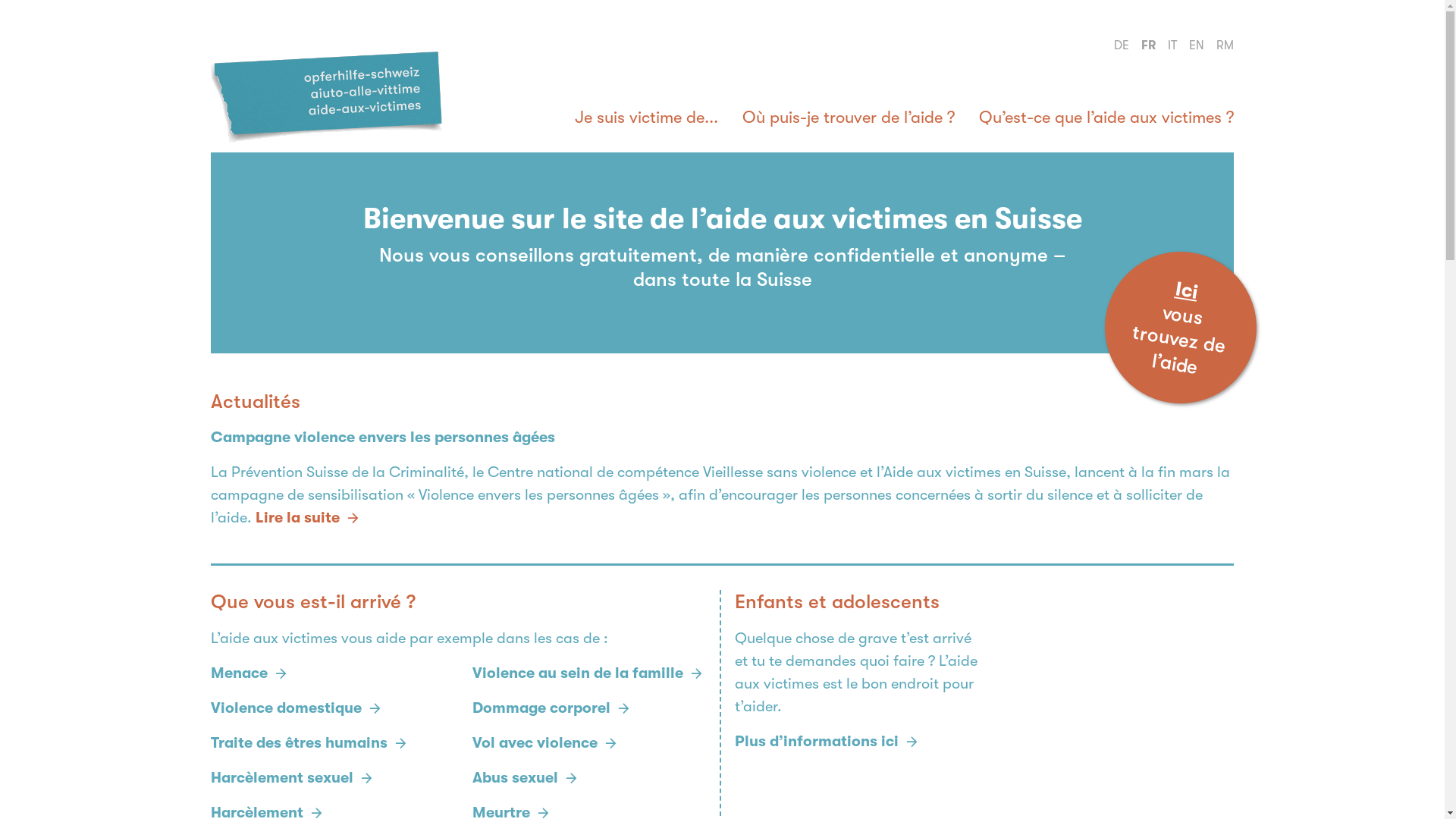 This screenshot has height=819, width=1456. I want to click on 'Violence au sein de la famille', so click(577, 672).